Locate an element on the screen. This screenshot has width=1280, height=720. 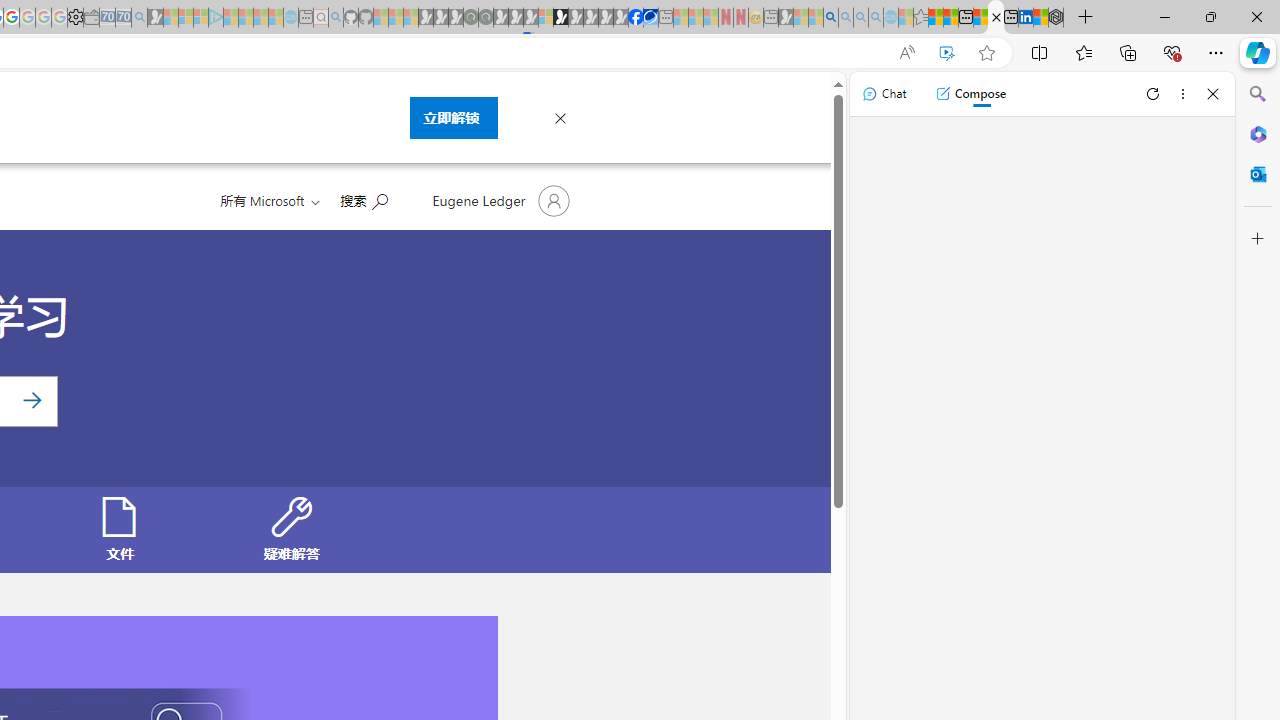
'Microsoft account | Privacy - Sleeping' is located at coordinates (201, 17).